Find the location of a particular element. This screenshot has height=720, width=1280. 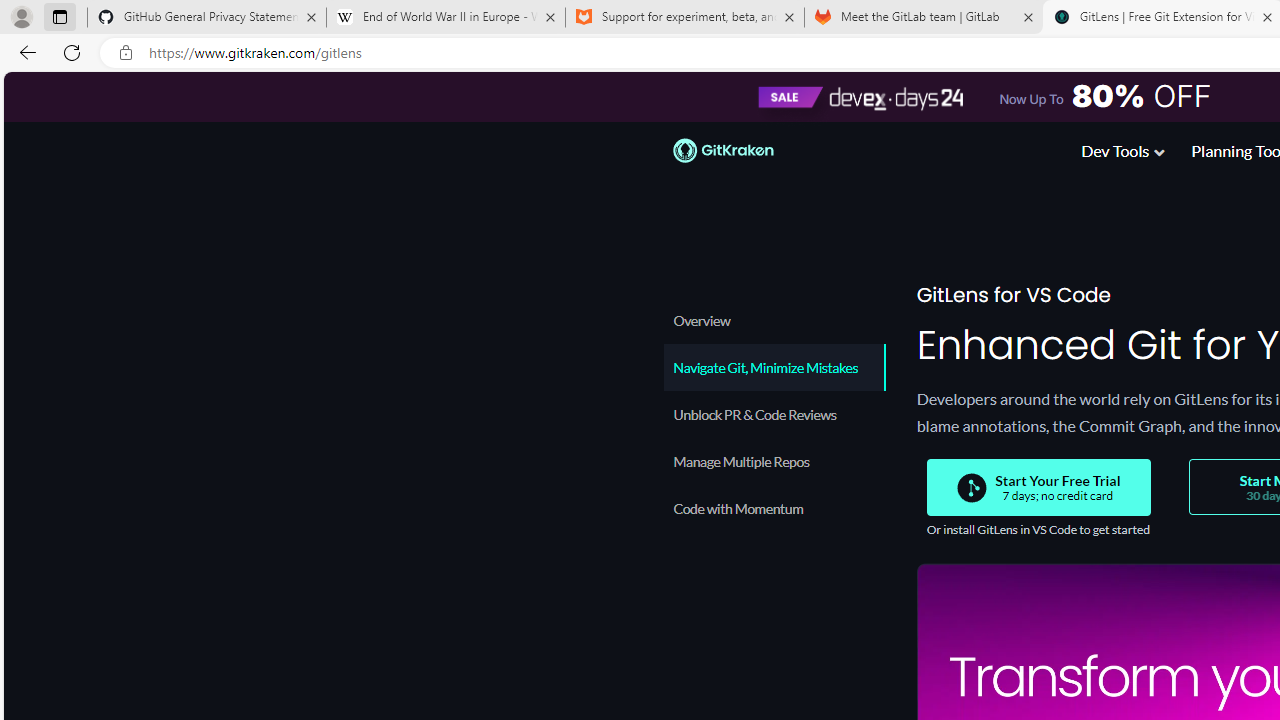

'End of World War II in Europe - Wikipedia' is located at coordinates (444, 17).